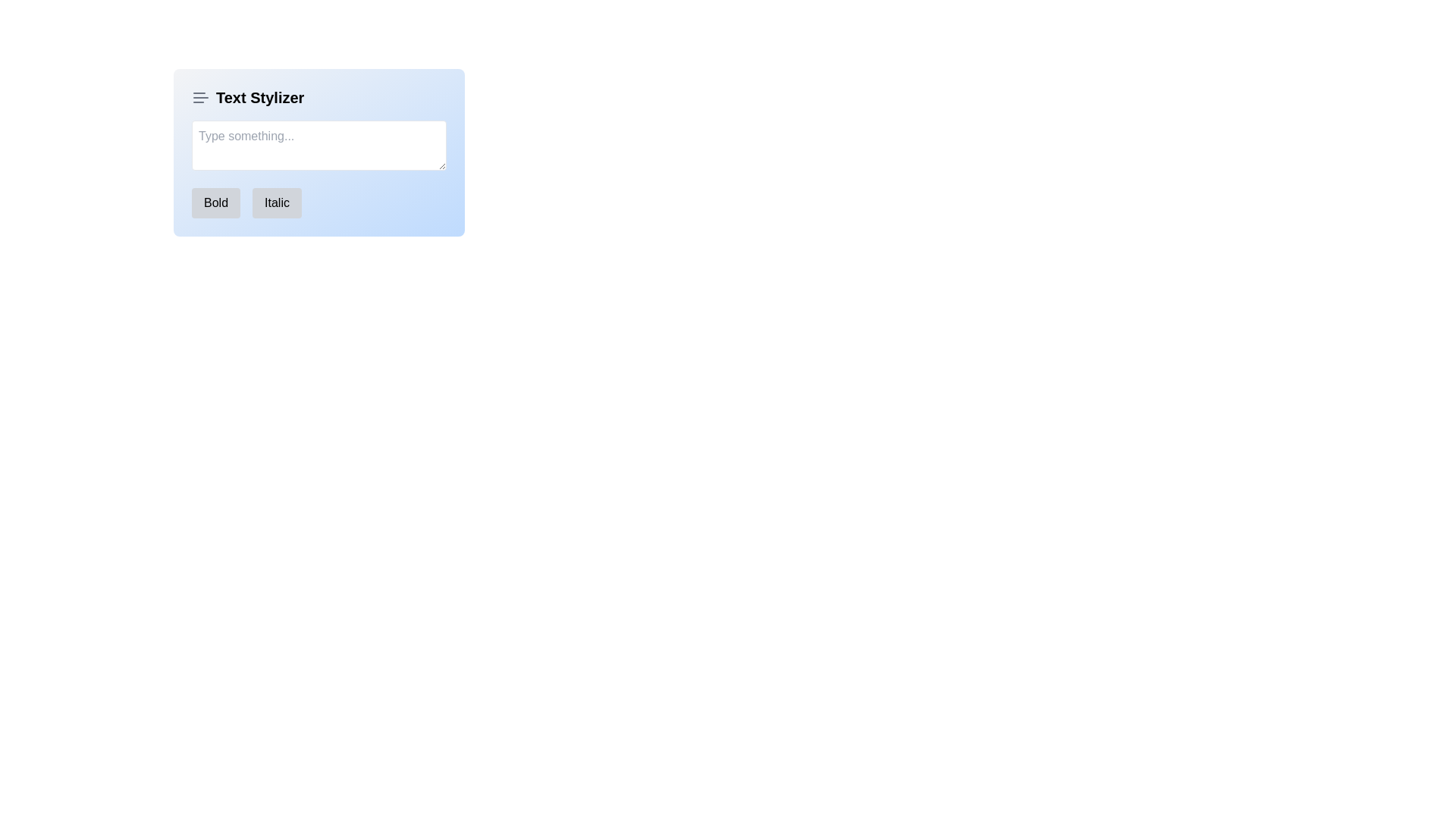  What do you see at coordinates (215, 202) in the screenshot?
I see `the 'Bold' button located on the interface toolbar to apply bold formatting` at bounding box center [215, 202].